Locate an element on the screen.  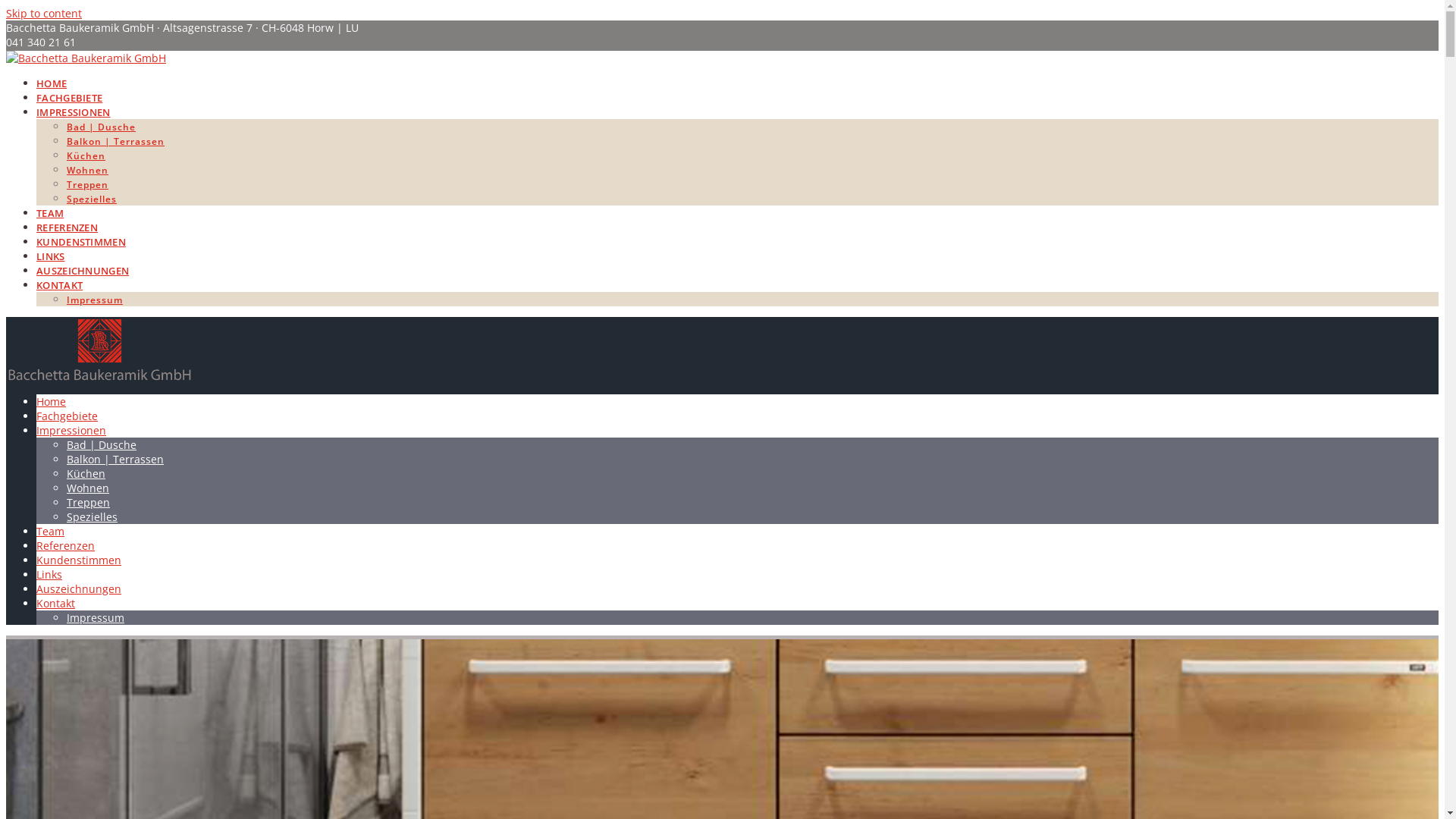
'Fachgebiete' is located at coordinates (66, 416).